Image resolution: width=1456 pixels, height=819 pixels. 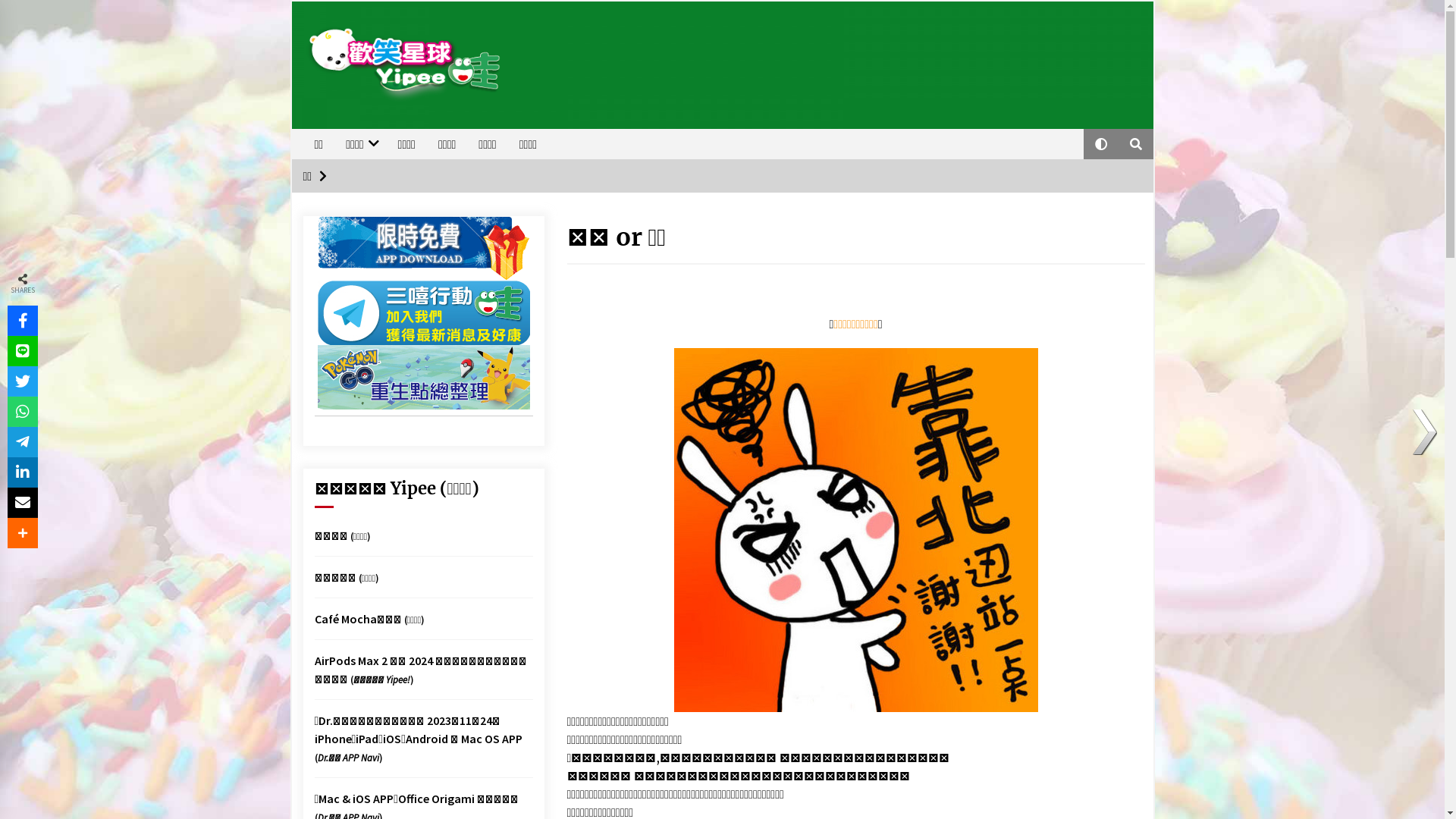 I want to click on 'Tweet this !', so click(x=22, y=380).